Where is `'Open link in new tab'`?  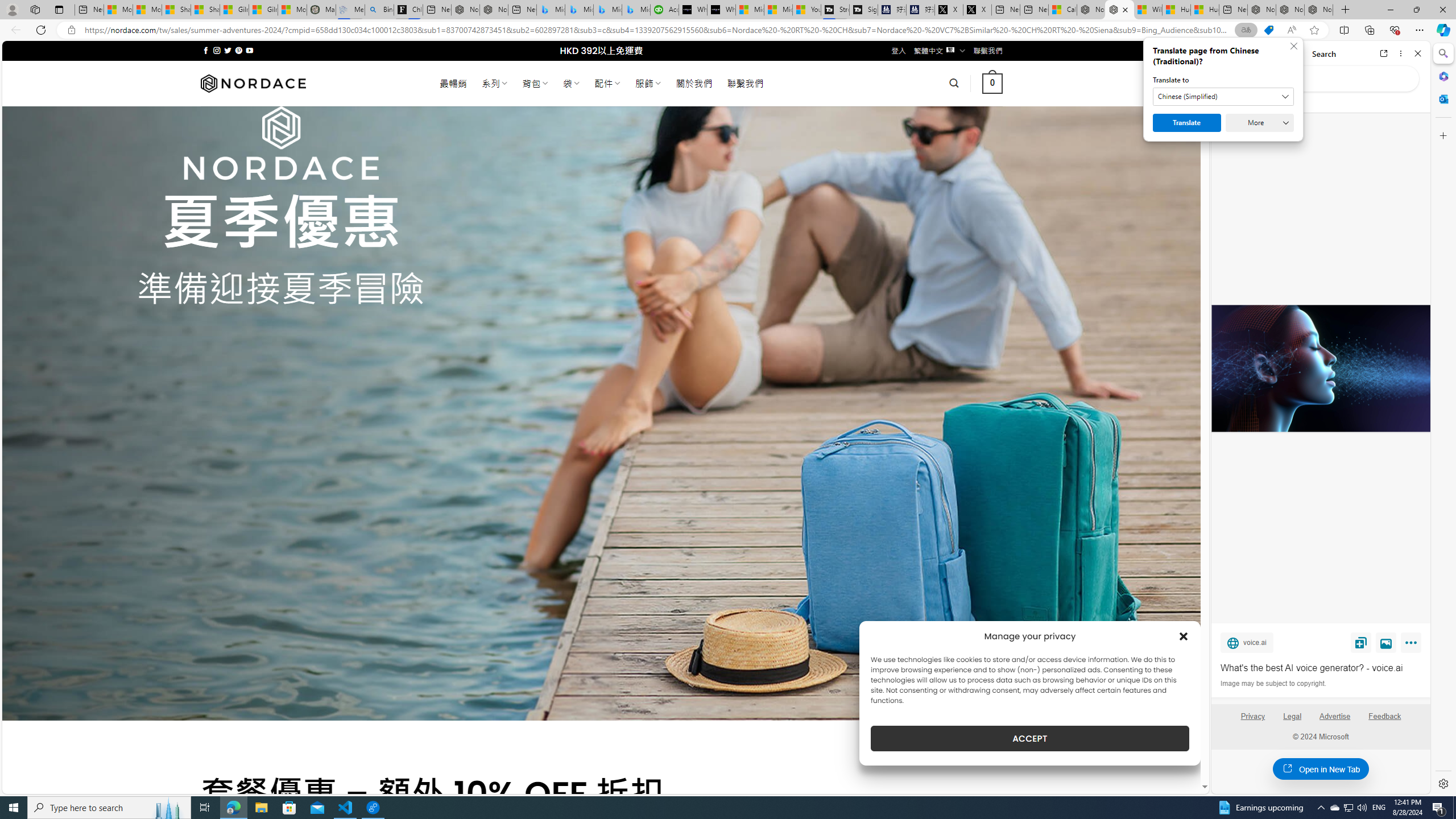 'Open link in new tab' is located at coordinates (1384, 53).